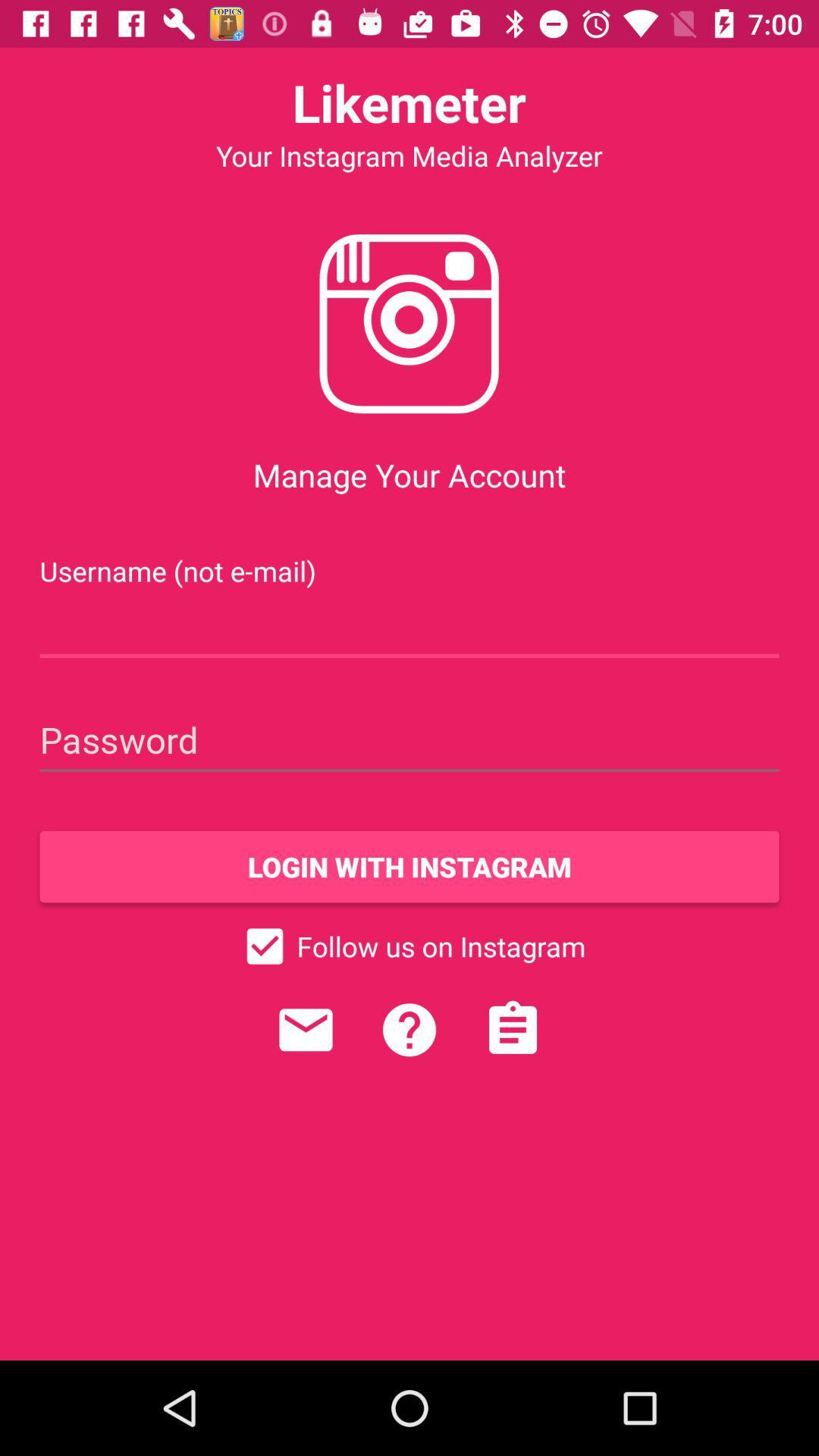  I want to click on icon below follow us on, so click(512, 1030).